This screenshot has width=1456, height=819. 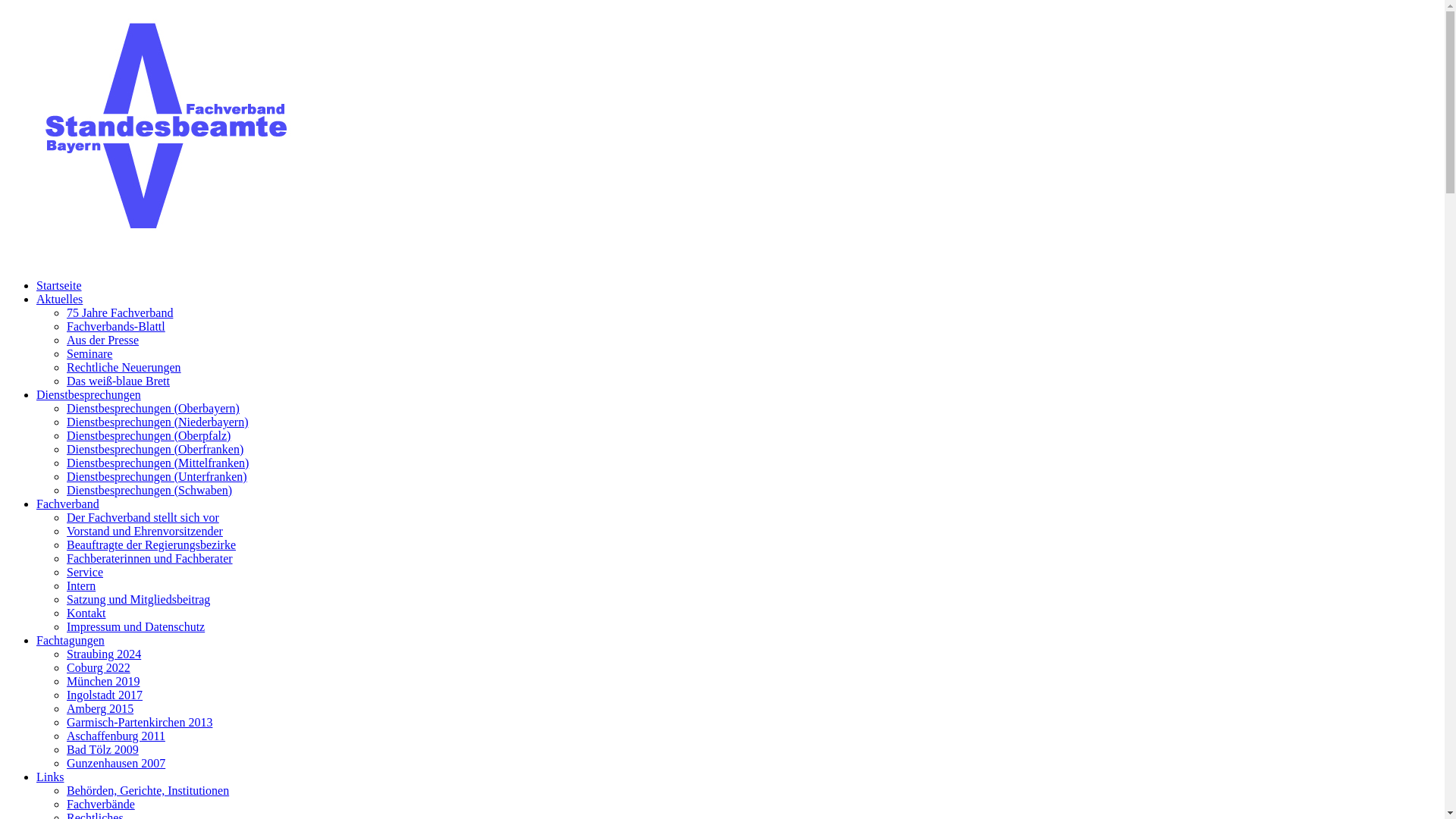 I want to click on 'Links', so click(x=50, y=777).